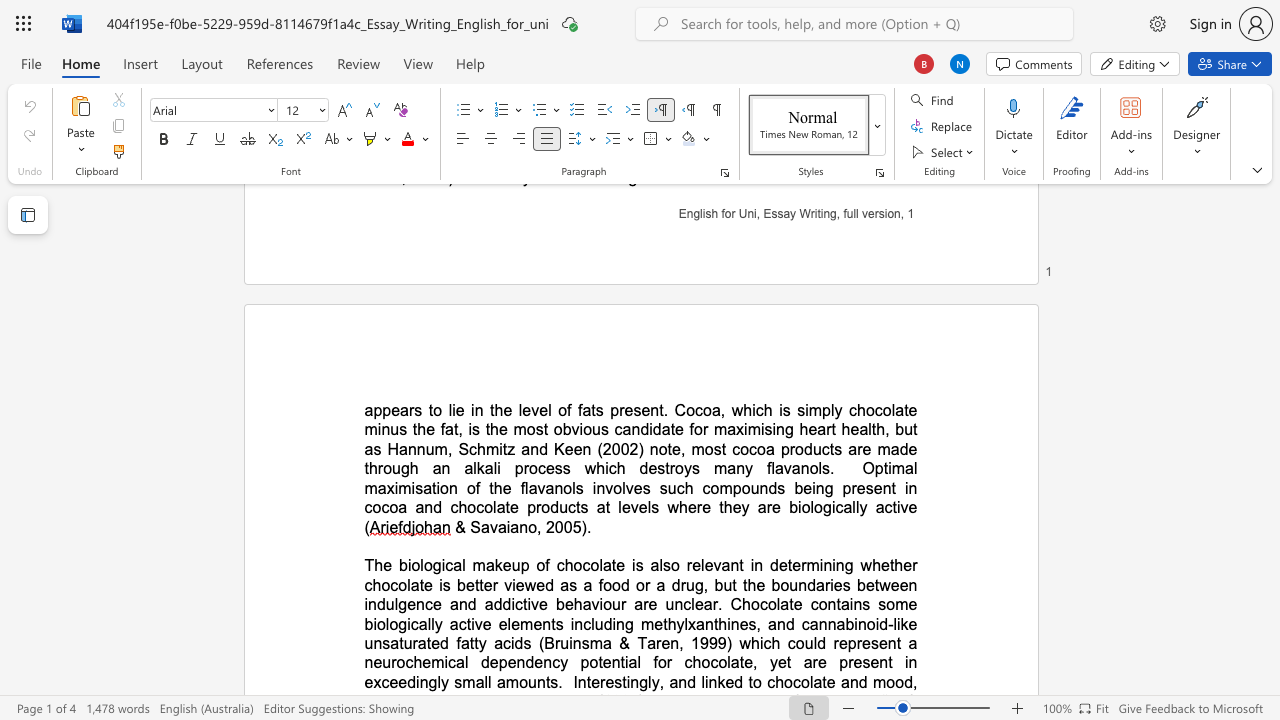 This screenshot has height=720, width=1280. What do you see at coordinates (802, 585) in the screenshot?
I see `the 1th character "n" in the text` at bounding box center [802, 585].